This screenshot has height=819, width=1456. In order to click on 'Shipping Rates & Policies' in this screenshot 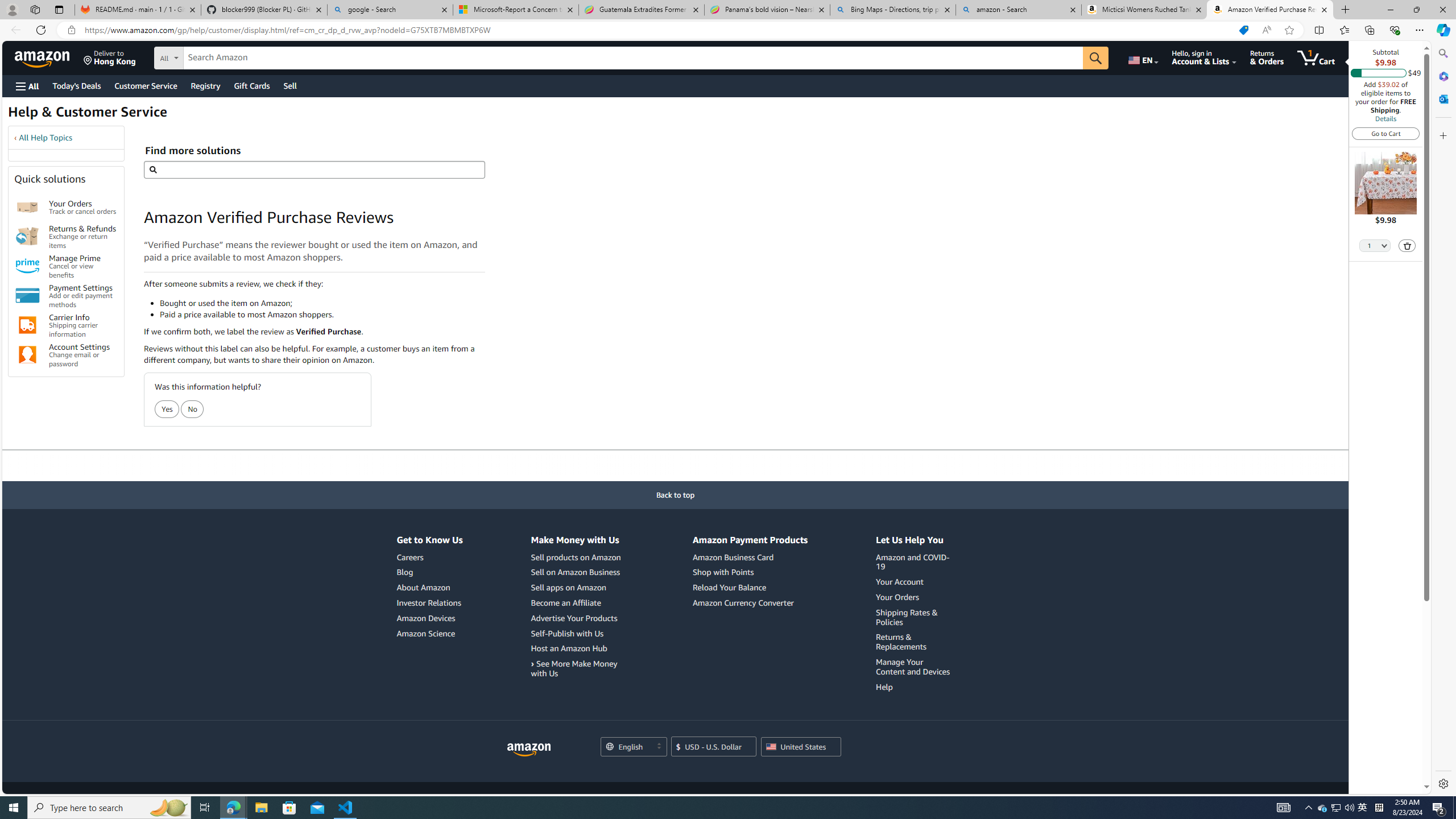, I will do `click(906, 617)`.